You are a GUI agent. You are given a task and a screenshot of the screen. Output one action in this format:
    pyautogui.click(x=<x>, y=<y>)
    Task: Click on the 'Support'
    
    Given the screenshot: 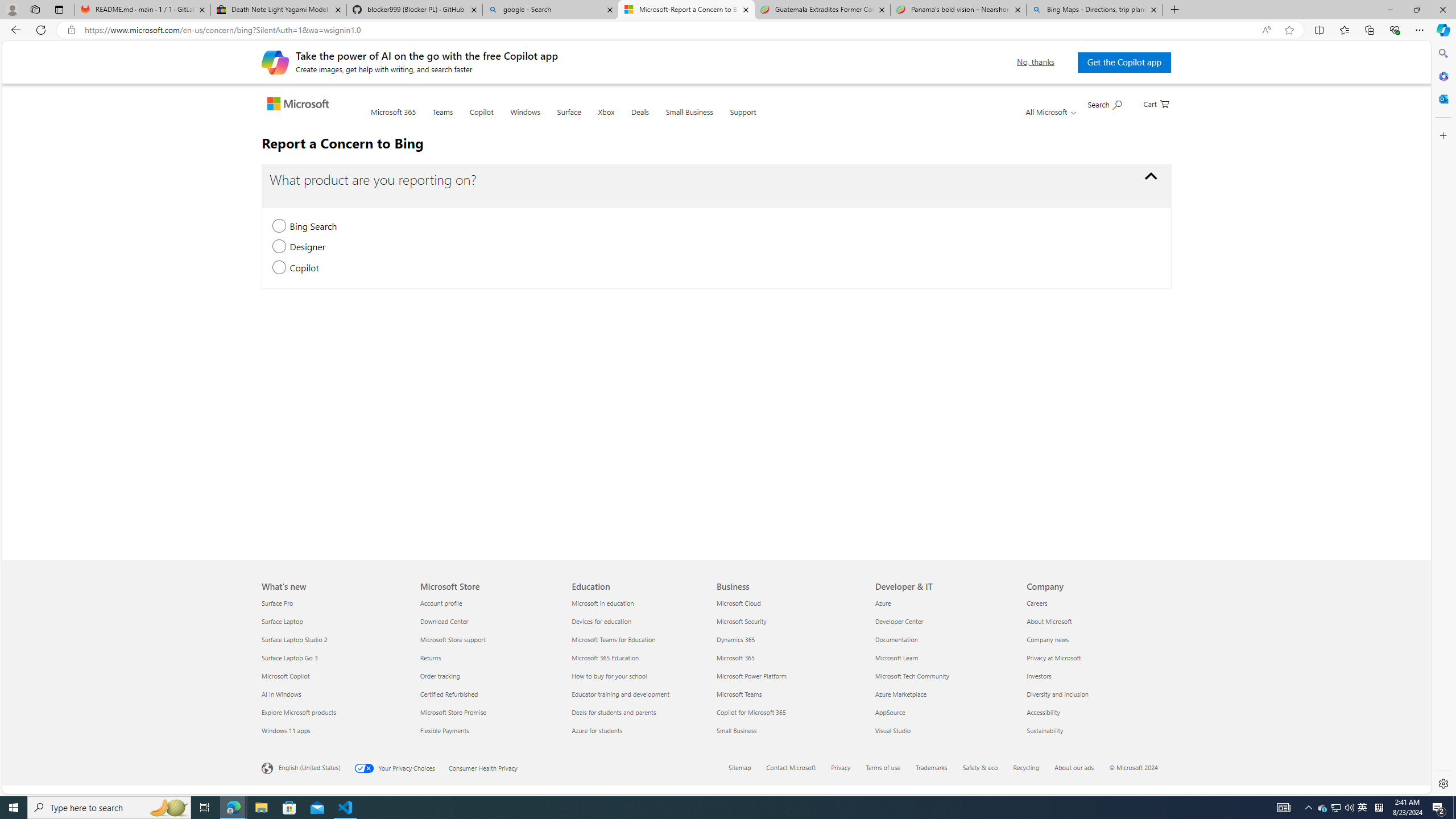 What is the action you would take?
    pyautogui.click(x=742, y=118)
    